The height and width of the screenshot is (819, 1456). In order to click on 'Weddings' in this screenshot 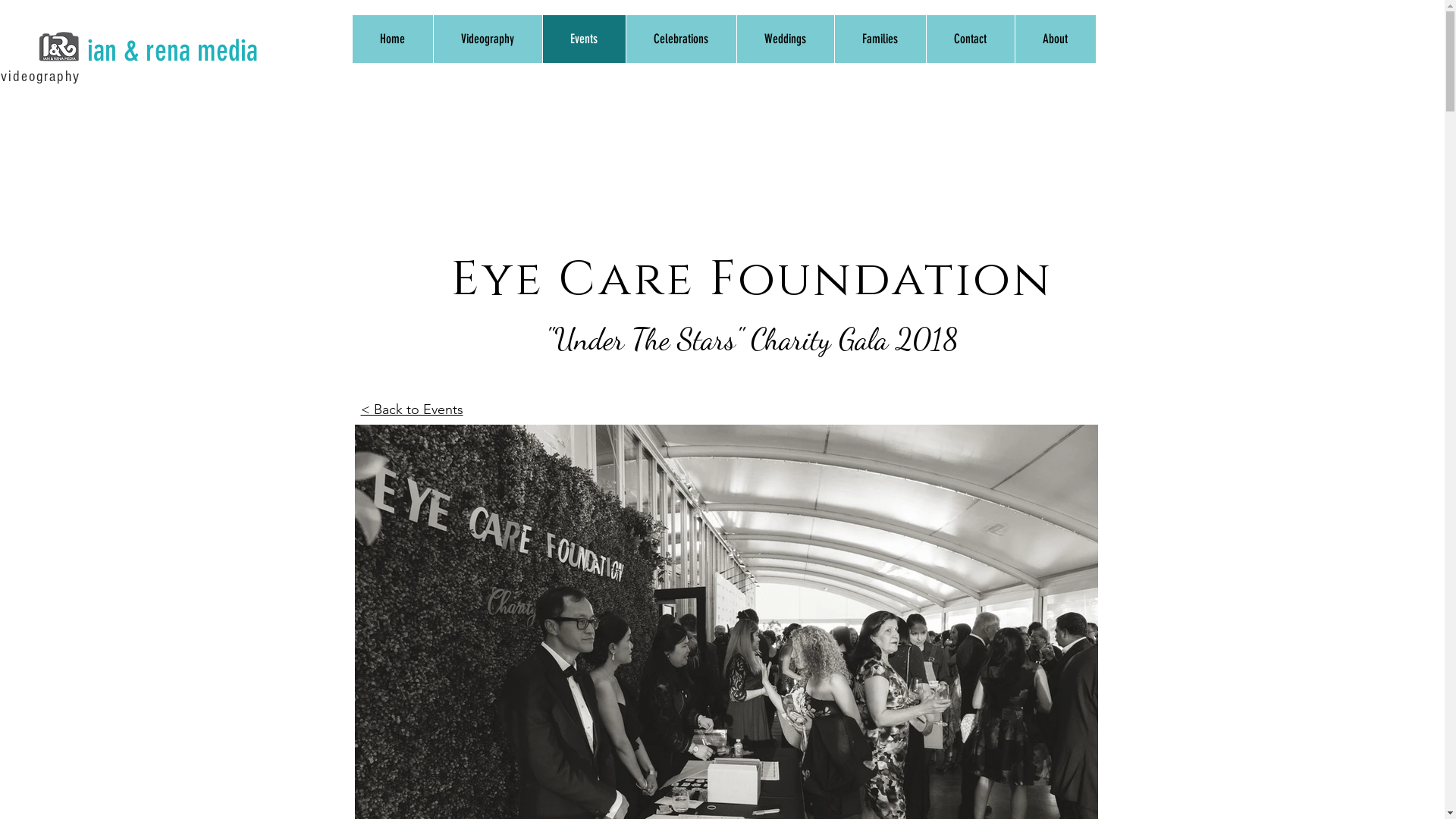, I will do `click(784, 38)`.